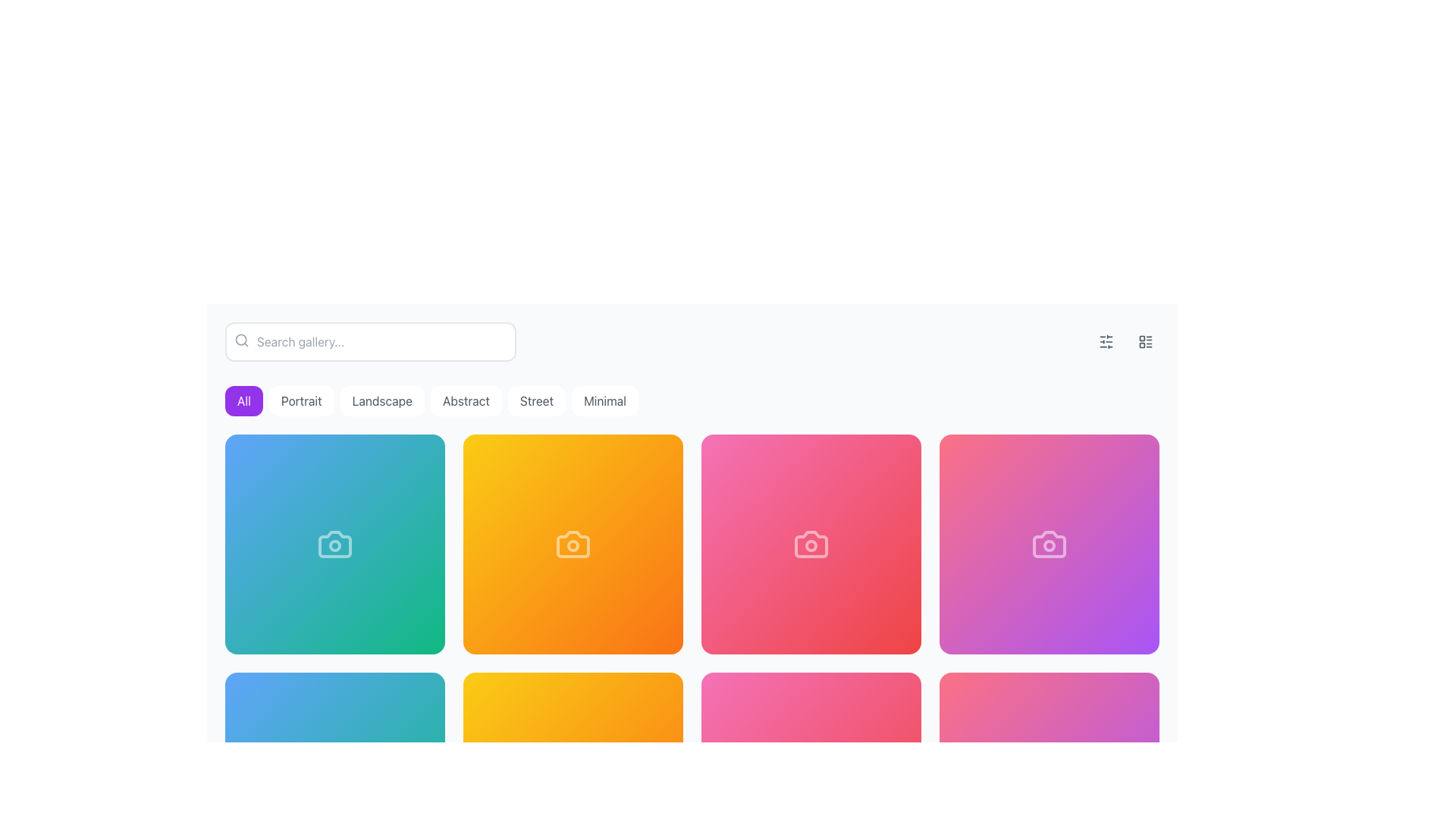 The width and height of the screenshot is (1456, 819). Describe the element at coordinates (572, 543) in the screenshot. I see `the camera icon located in the second tile of the first row within the gallery interface, which is styled with a yellow-orange gradient` at that location.